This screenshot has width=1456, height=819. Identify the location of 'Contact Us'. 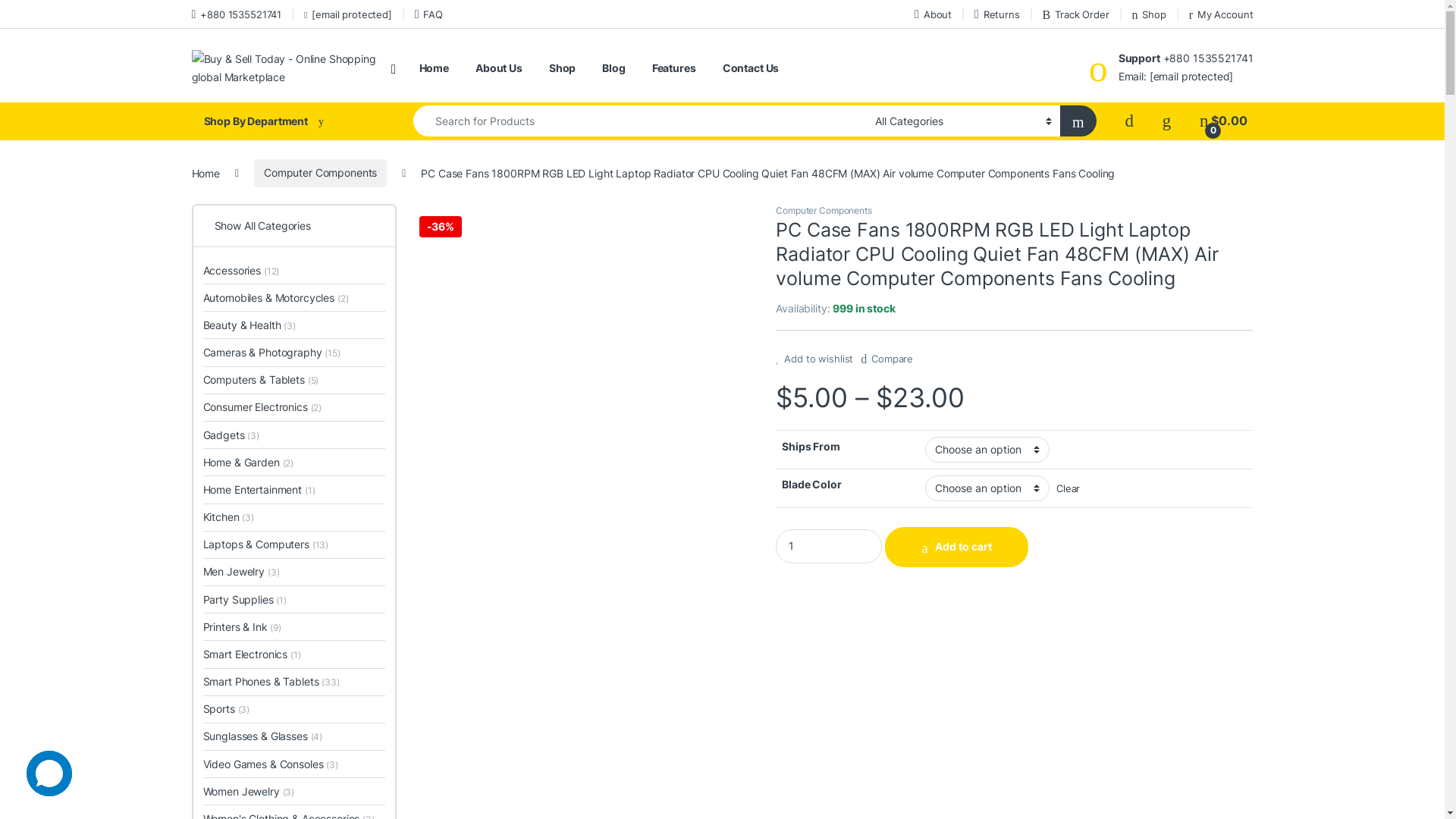
(722, 67).